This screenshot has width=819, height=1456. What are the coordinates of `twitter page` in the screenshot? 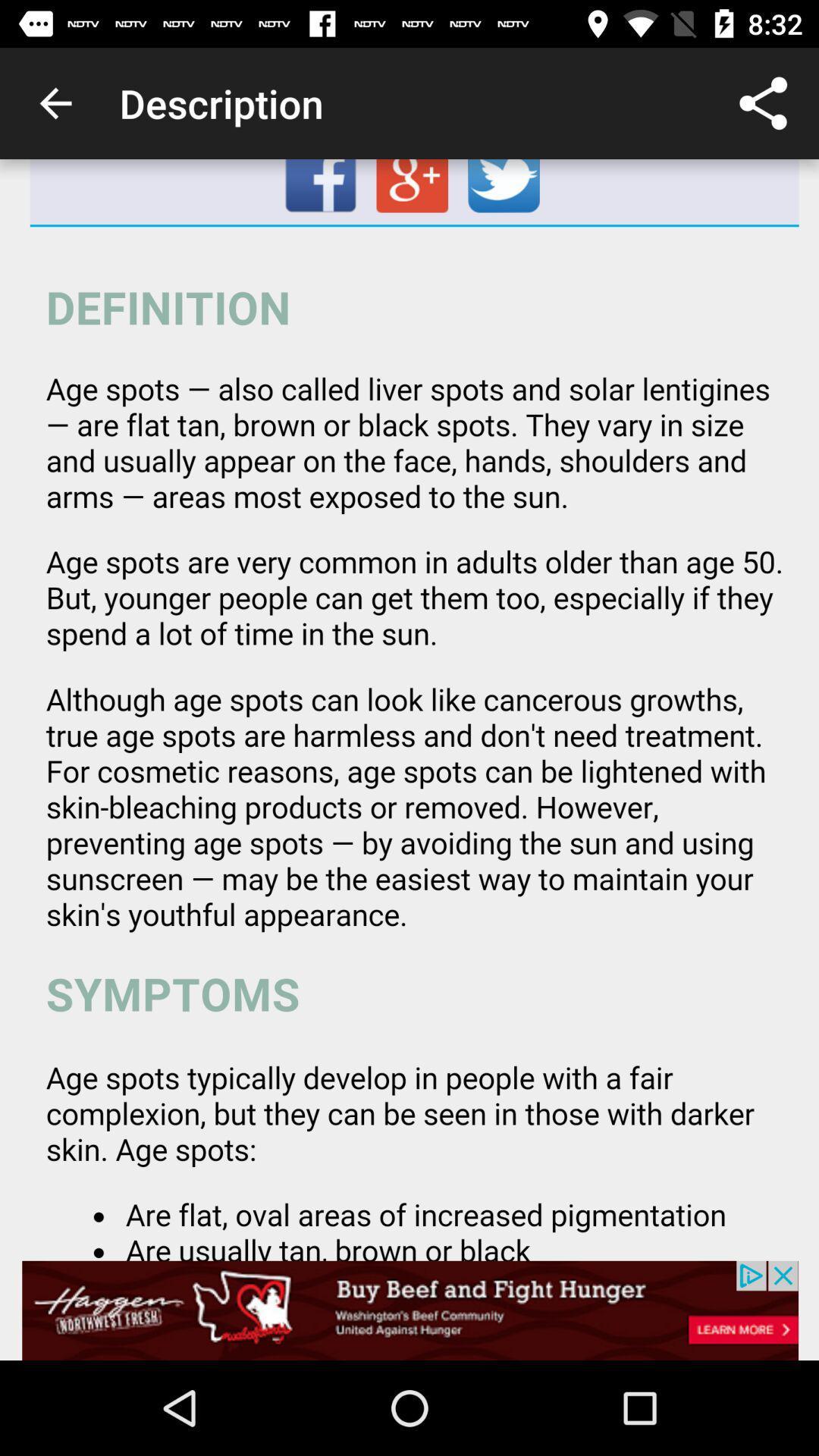 It's located at (506, 191).